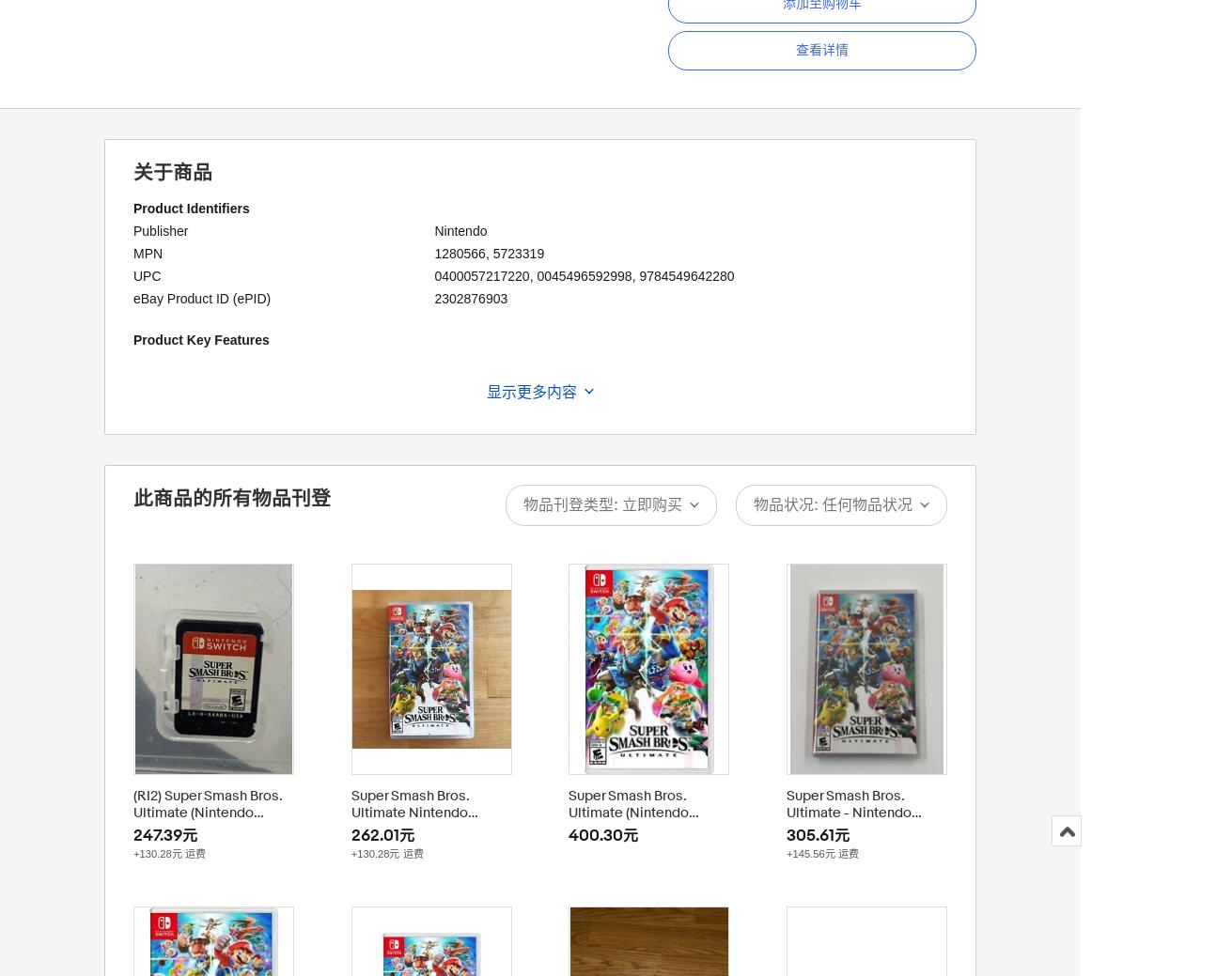 This screenshot has height=976, width=1232. Describe the element at coordinates (171, 516) in the screenshot. I see `'Release Year'` at that location.